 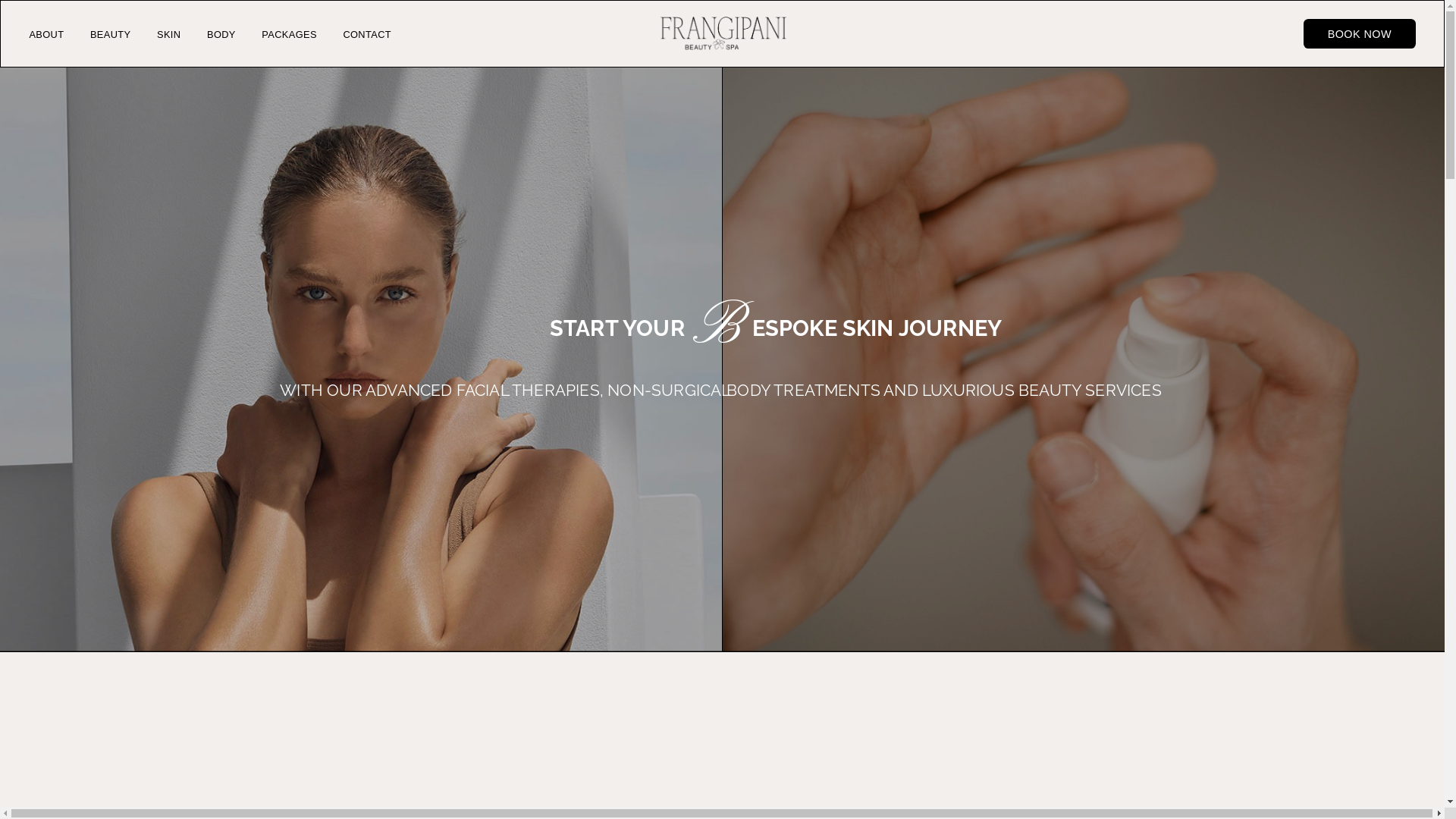 I want to click on 'CONTACT', so click(x=367, y=34).